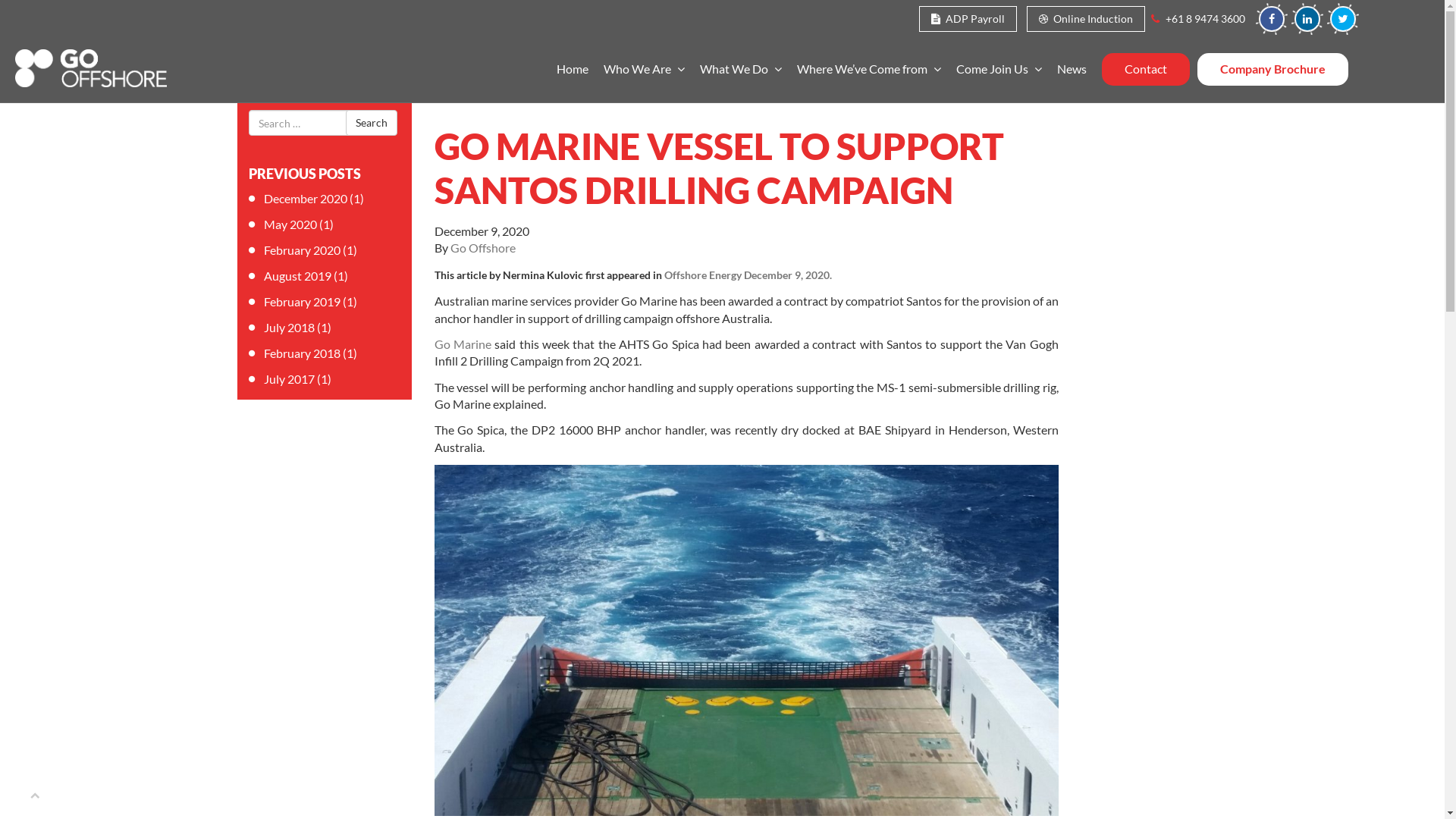 The width and height of the screenshot is (1456, 819). Describe the element at coordinates (289, 326) in the screenshot. I see `'July 2018'` at that location.